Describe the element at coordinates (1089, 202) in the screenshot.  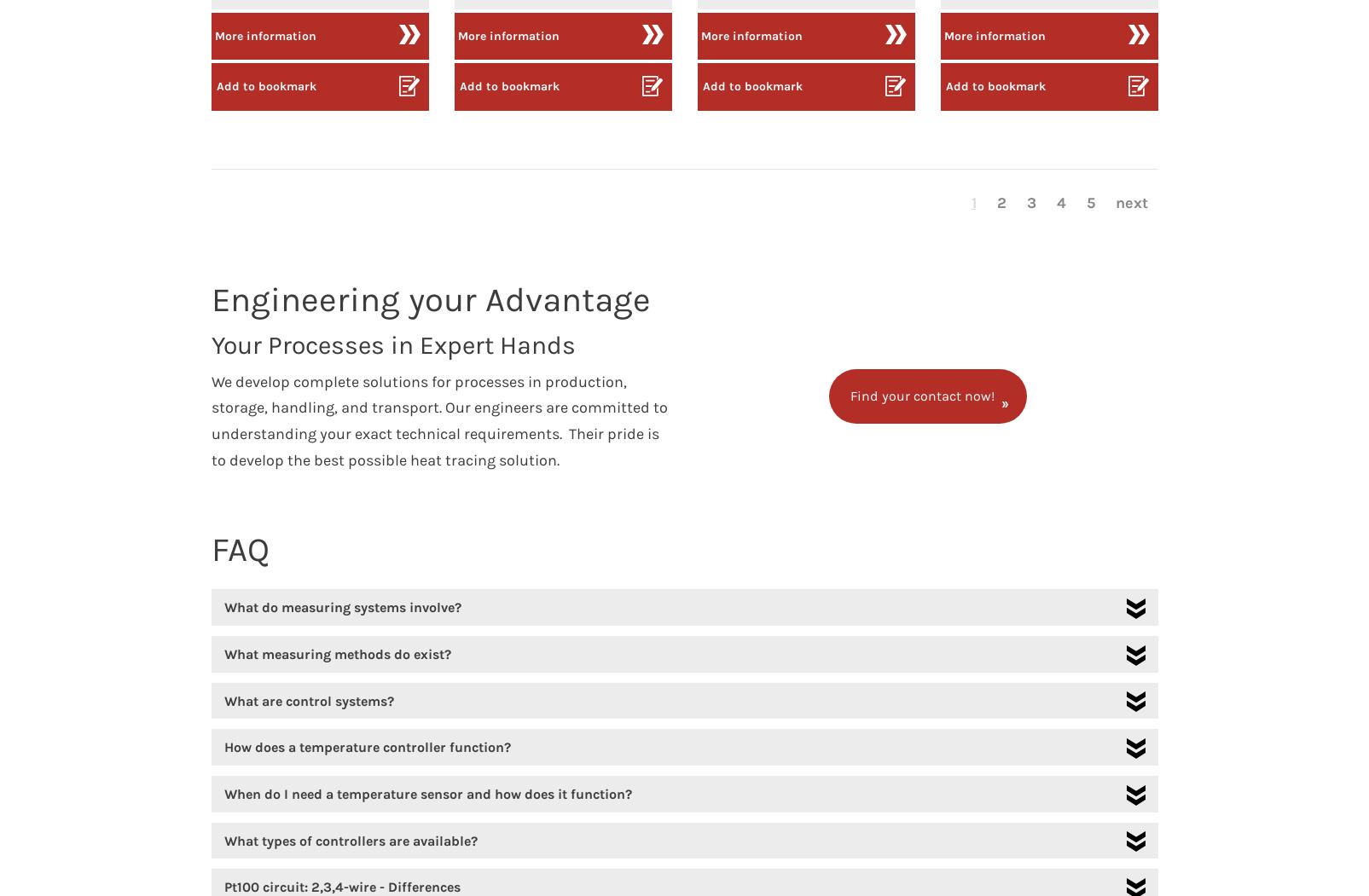
I see `'5'` at that location.